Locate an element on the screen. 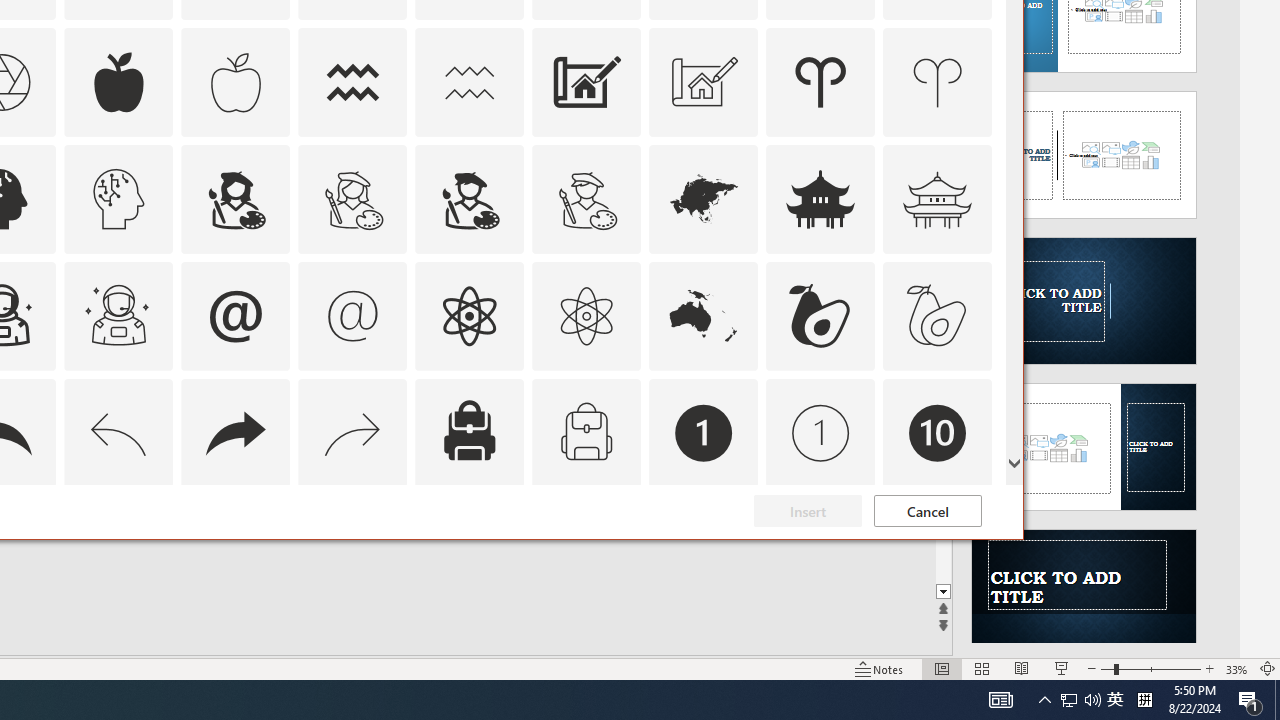  'AutomationID: Icons_Badge10' is located at coordinates (937, 431).